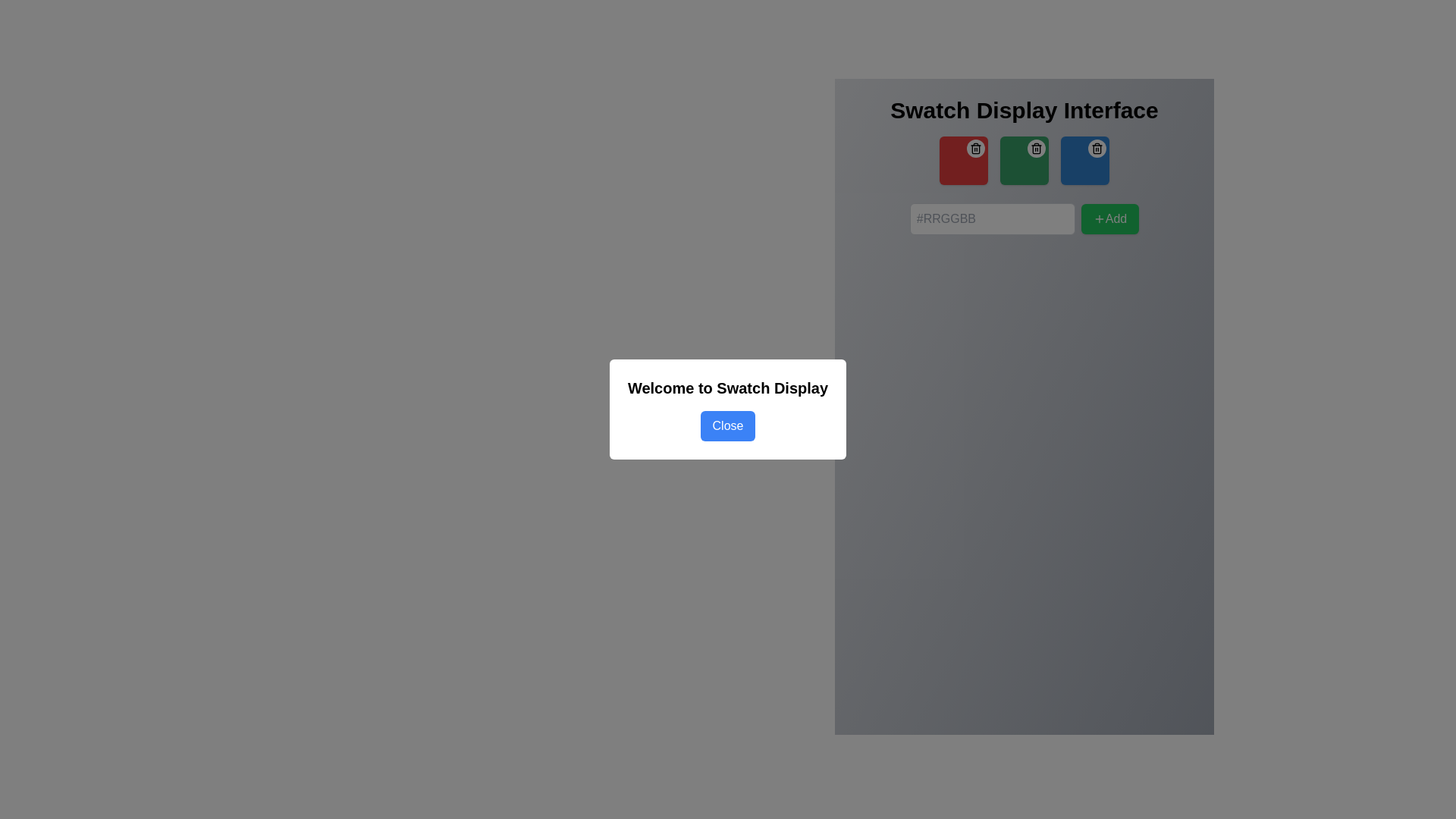 Image resolution: width=1456 pixels, height=819 pixels. What do you see at coordinates (1097, 149) in the screenshot?
I see `the delete button with an icon located in the top-right corner of the blue swatch` at bounding box center [1097, 149].